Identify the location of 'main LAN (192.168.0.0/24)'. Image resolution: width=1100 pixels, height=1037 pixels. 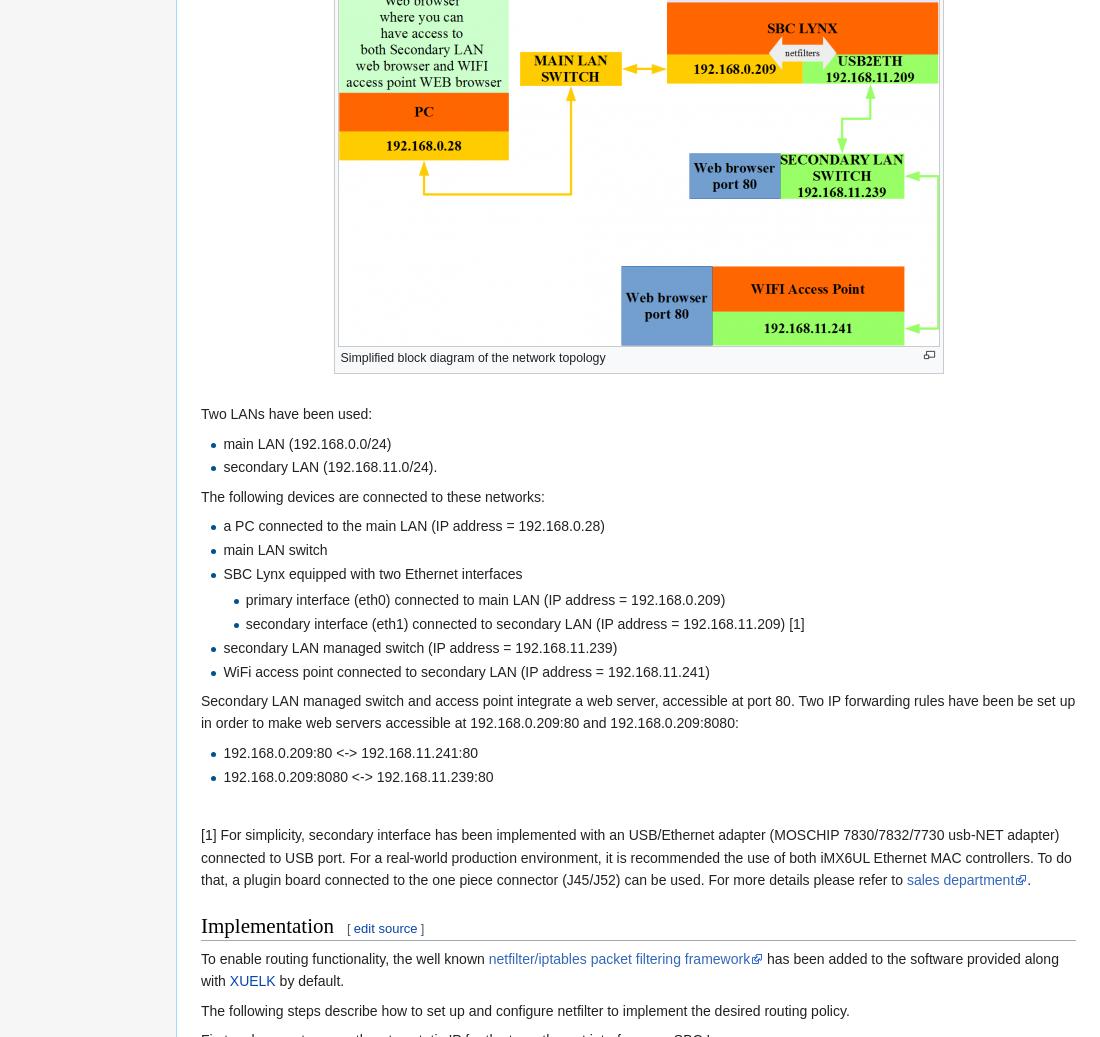
(306, 442).